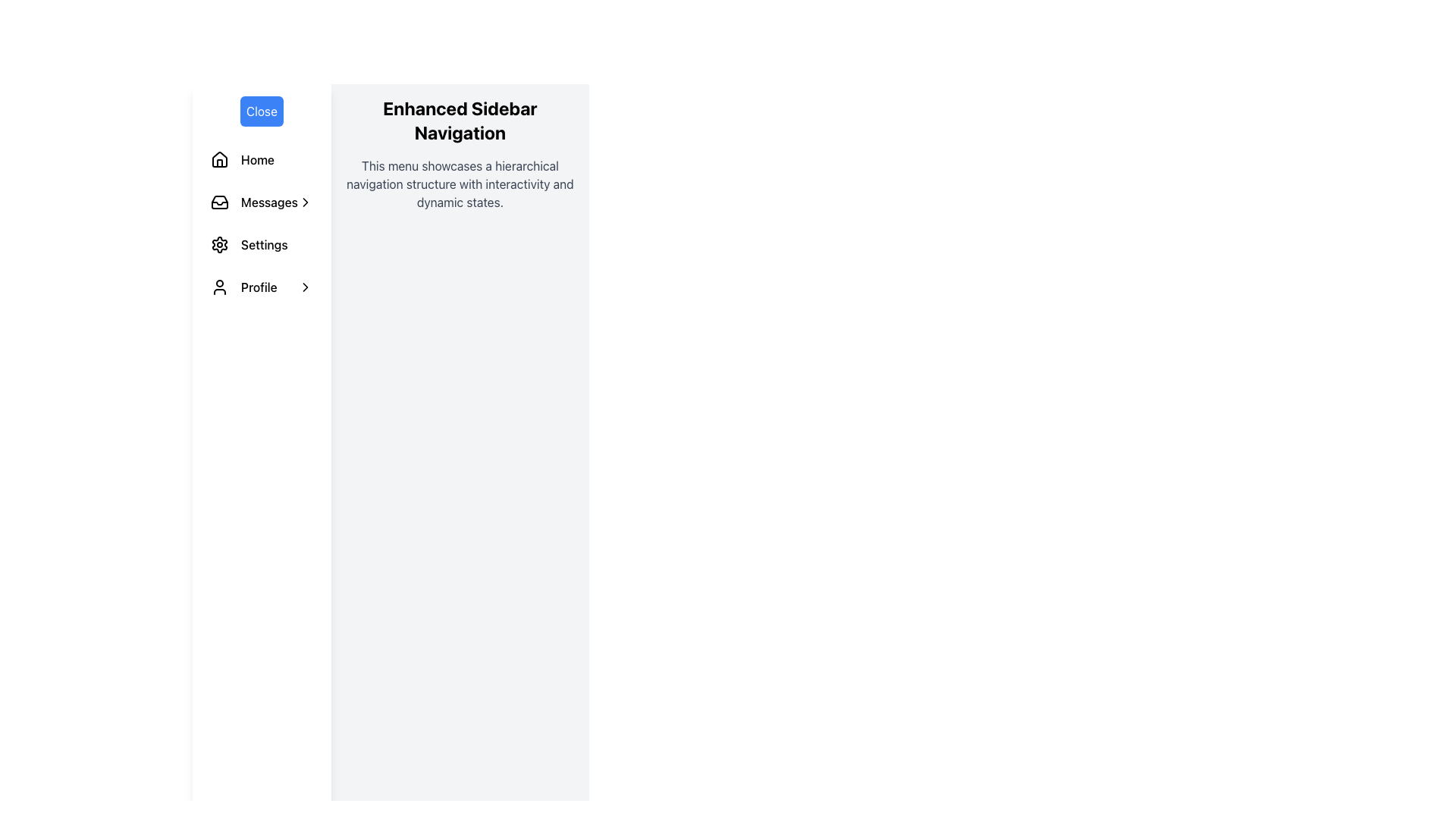 This screenshot has height=819, width=1456. Describe the element at coordinates (262, 287) in the screenshot. I see `the 'Profile' navigation button, which is the fourth item in the vertical navigation menu` at that location.